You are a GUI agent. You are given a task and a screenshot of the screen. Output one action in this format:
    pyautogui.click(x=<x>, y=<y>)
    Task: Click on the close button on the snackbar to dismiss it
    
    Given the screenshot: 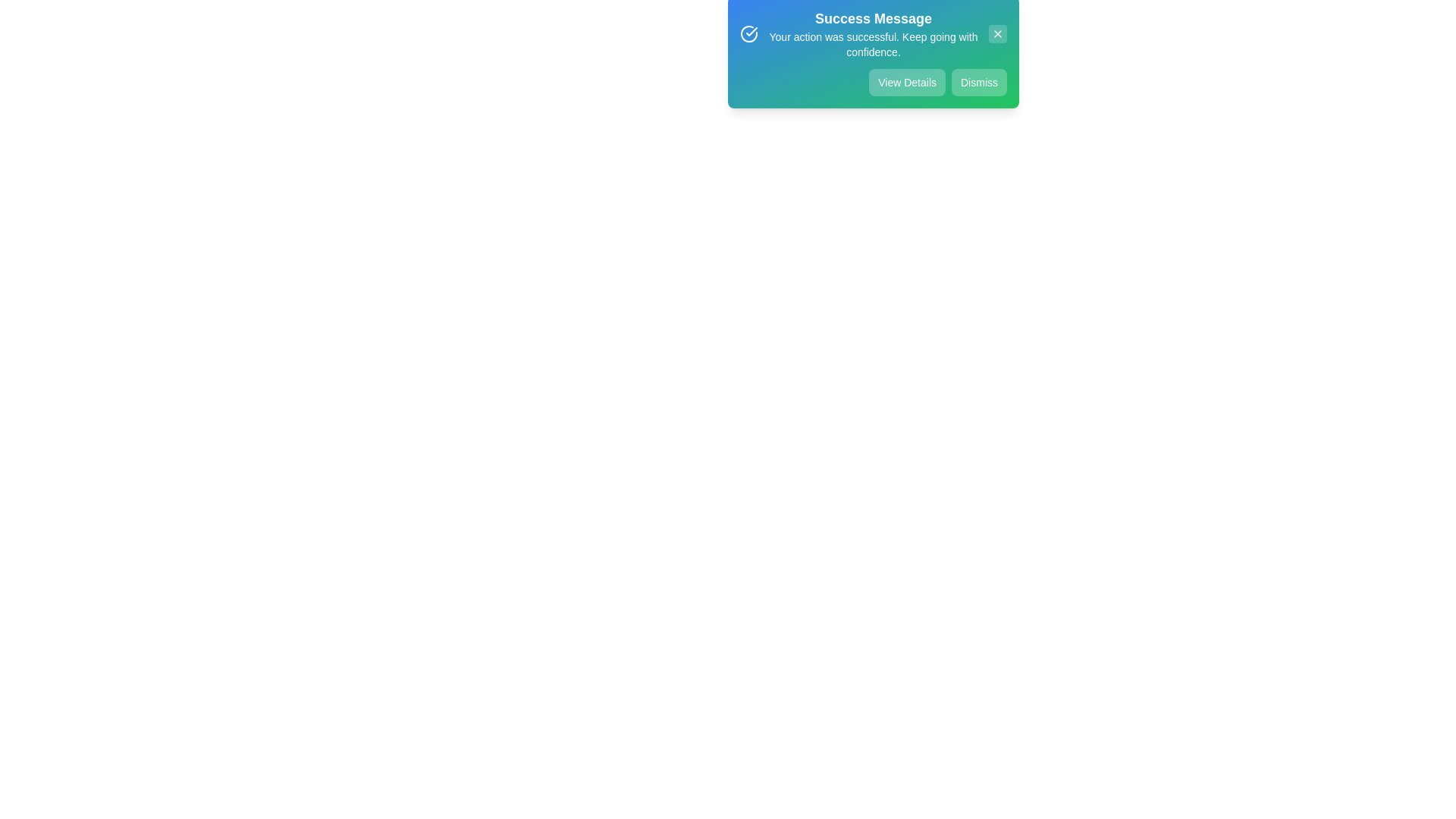 What is the action you would take?
    pyautogui.click(x=997, y=42)
    